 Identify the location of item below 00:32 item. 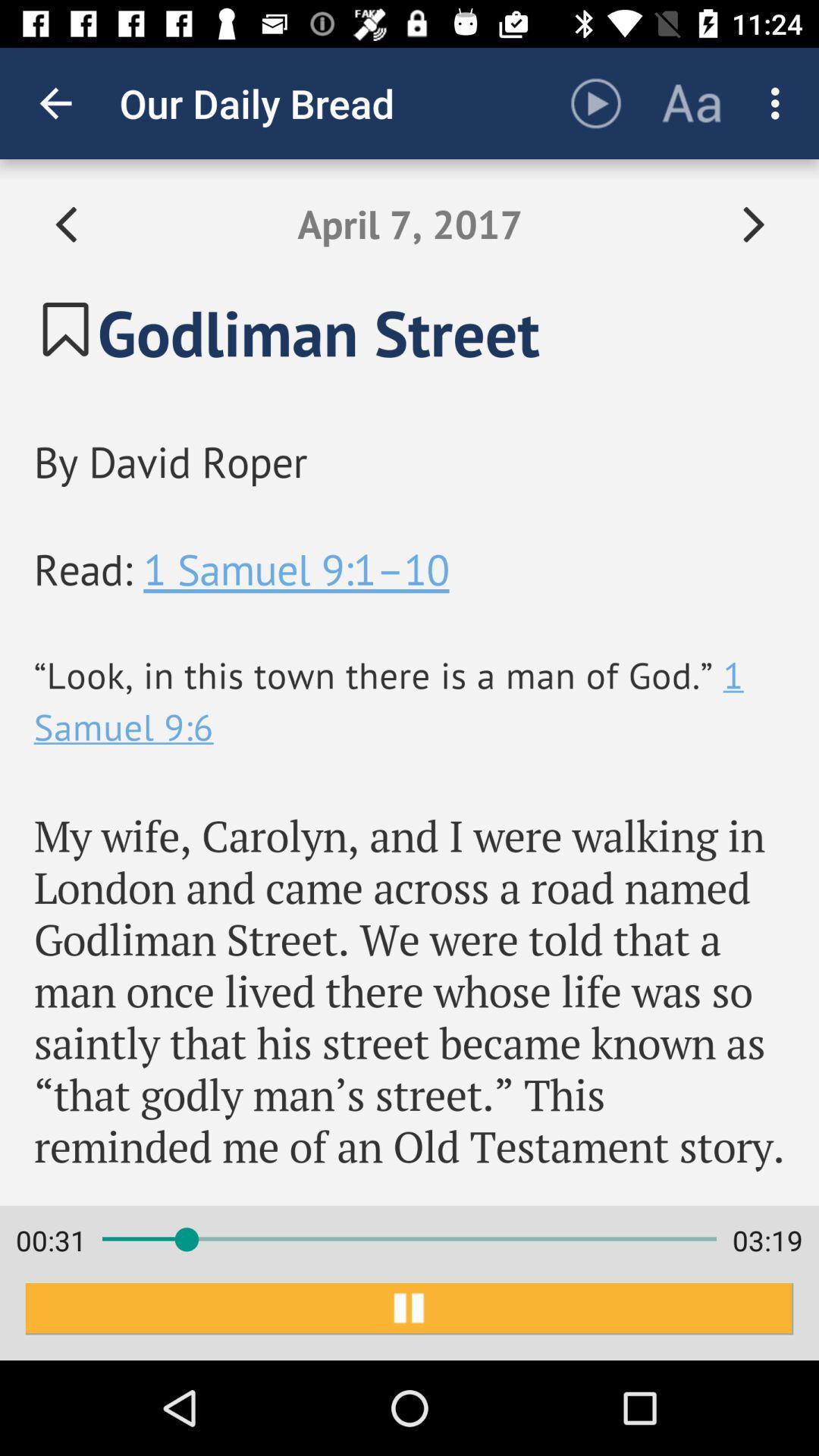
(409, 1308).